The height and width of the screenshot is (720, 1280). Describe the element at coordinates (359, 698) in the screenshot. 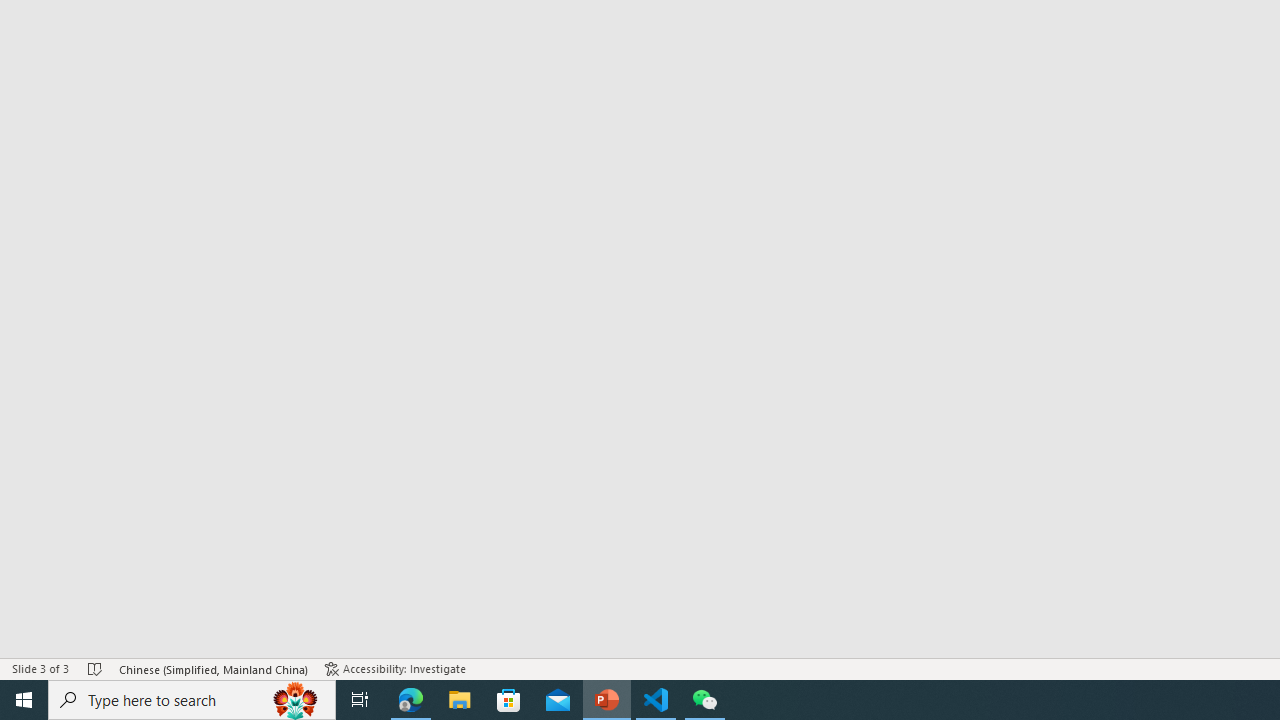

I see `'Task View'` at that location.